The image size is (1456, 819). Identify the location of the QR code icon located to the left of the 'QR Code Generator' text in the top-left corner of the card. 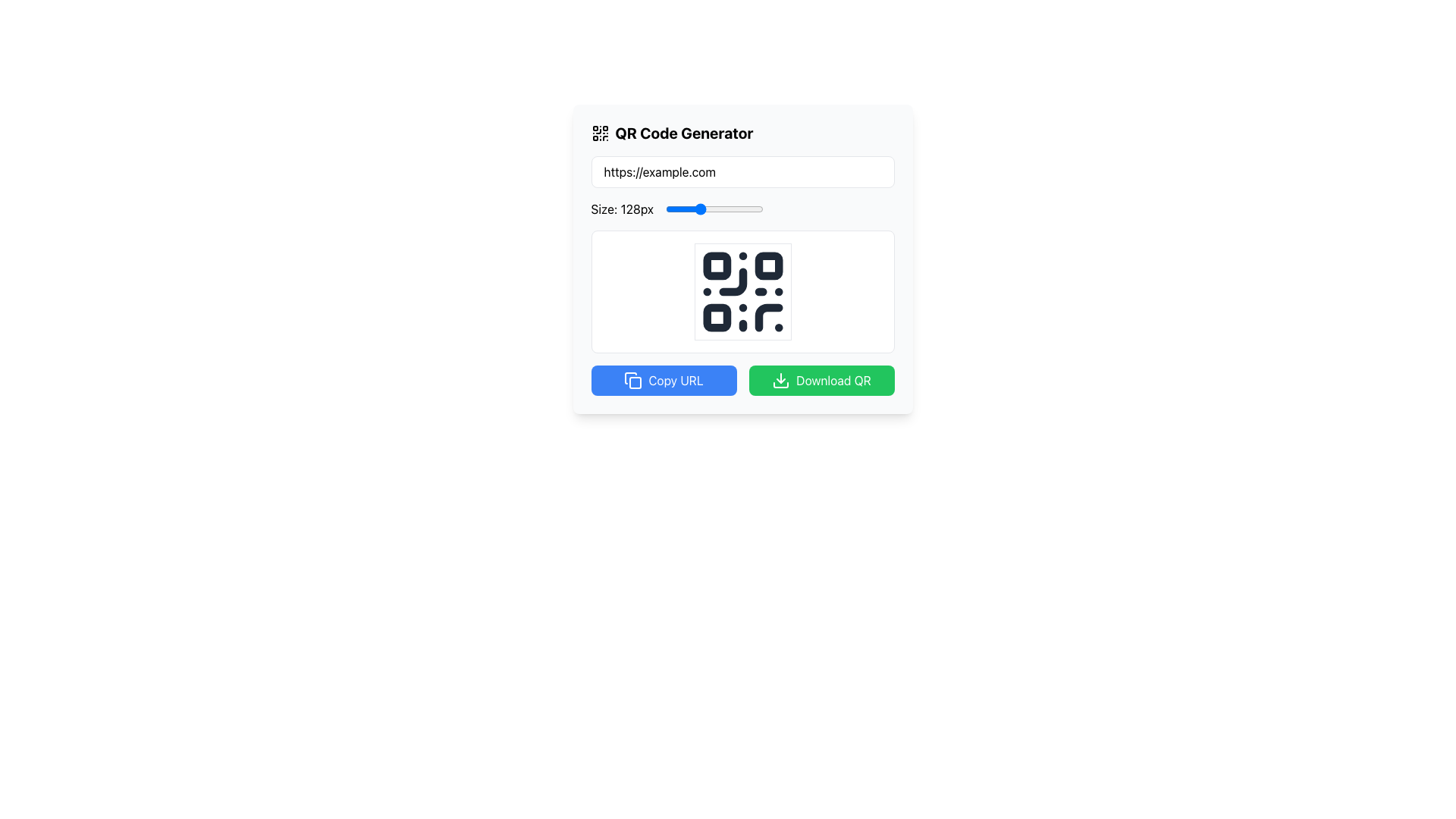
(599, 133).